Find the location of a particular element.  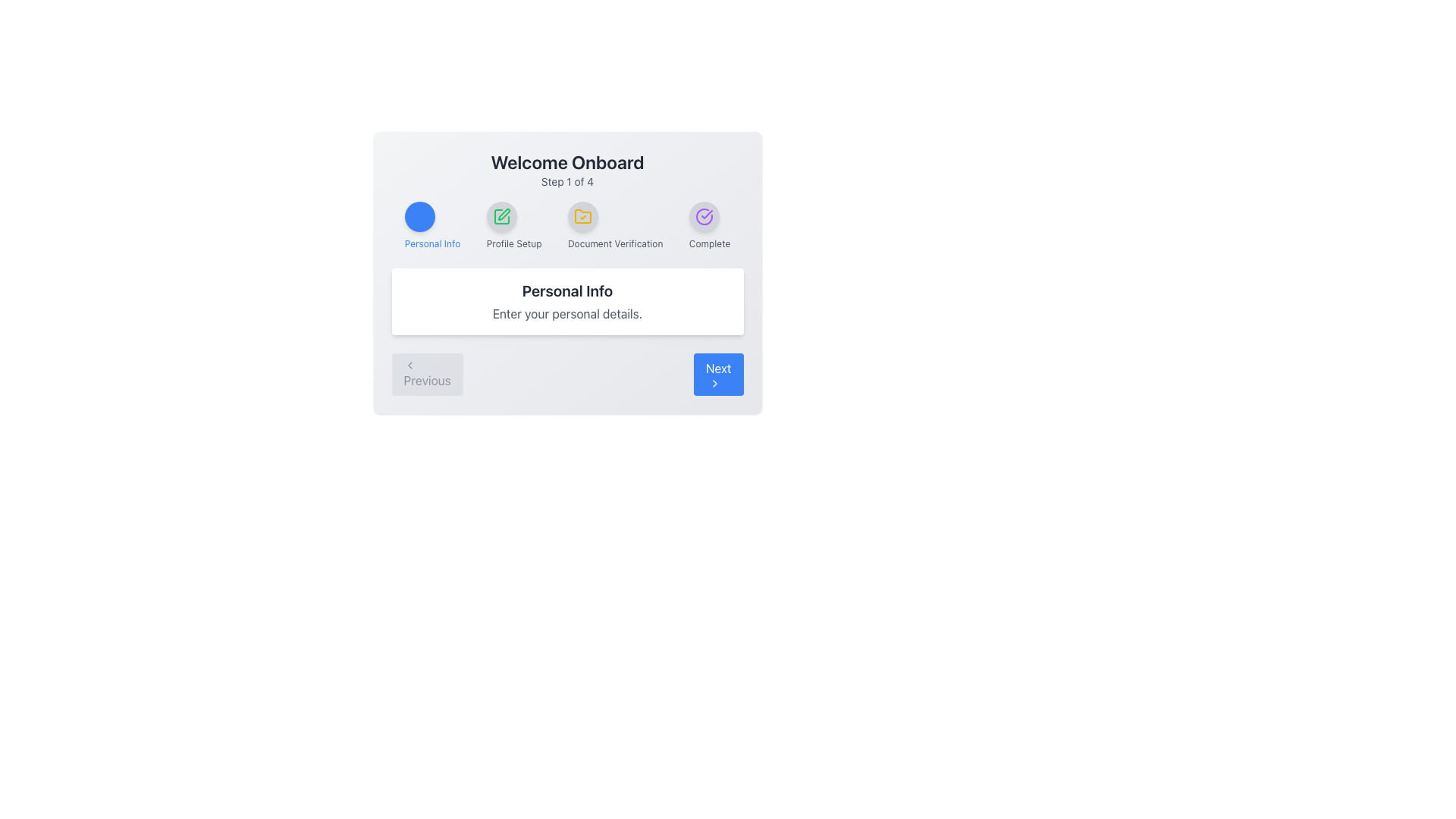

the folder icon outline with a yellow fill located in the progress bar as the third icon from the left is located at coordinates (582, 216).